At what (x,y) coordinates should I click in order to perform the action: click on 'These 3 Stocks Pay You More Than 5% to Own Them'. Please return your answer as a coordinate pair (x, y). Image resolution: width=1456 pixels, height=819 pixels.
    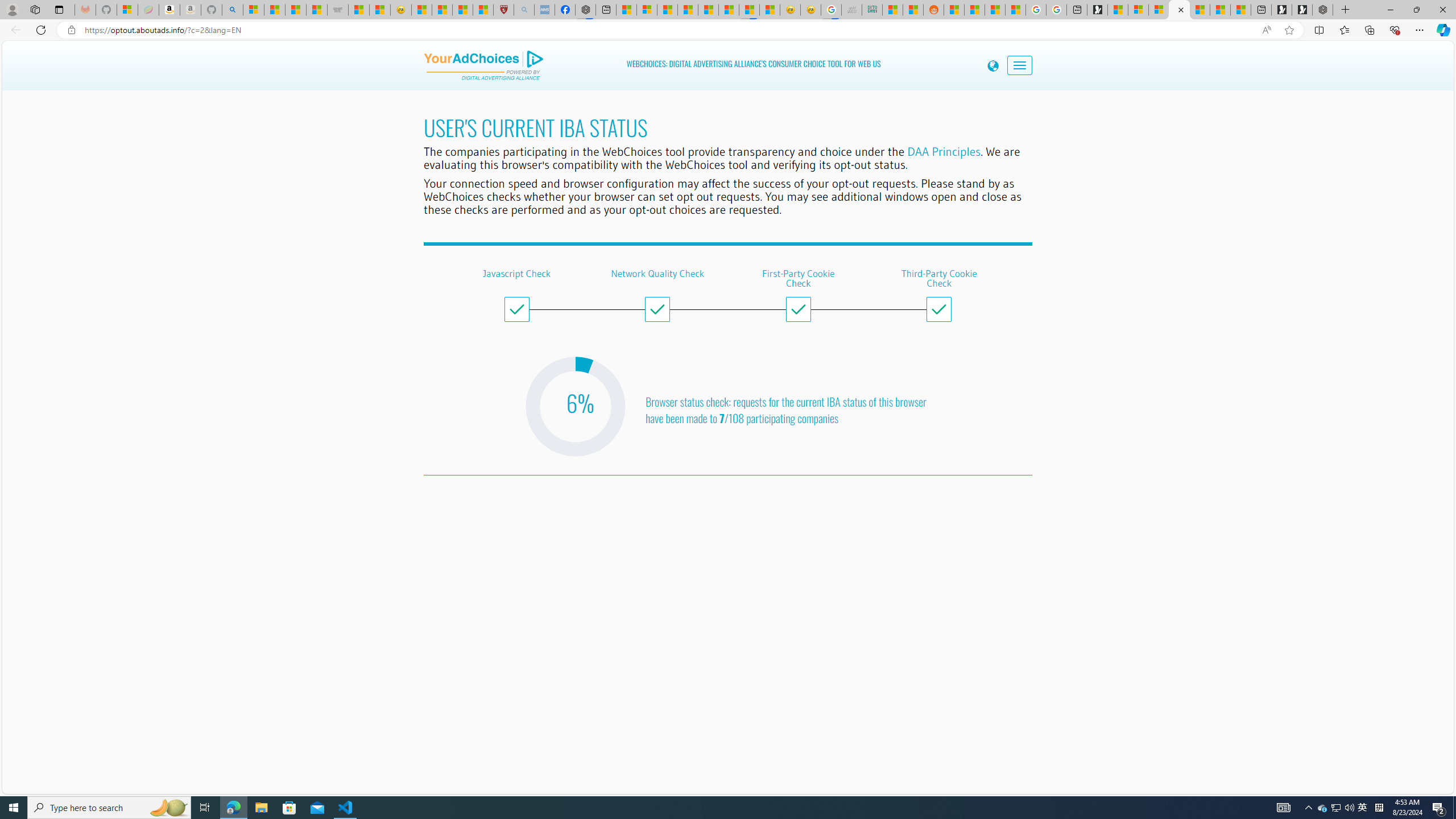
    Looking at the image, I should click on (1240, 9).